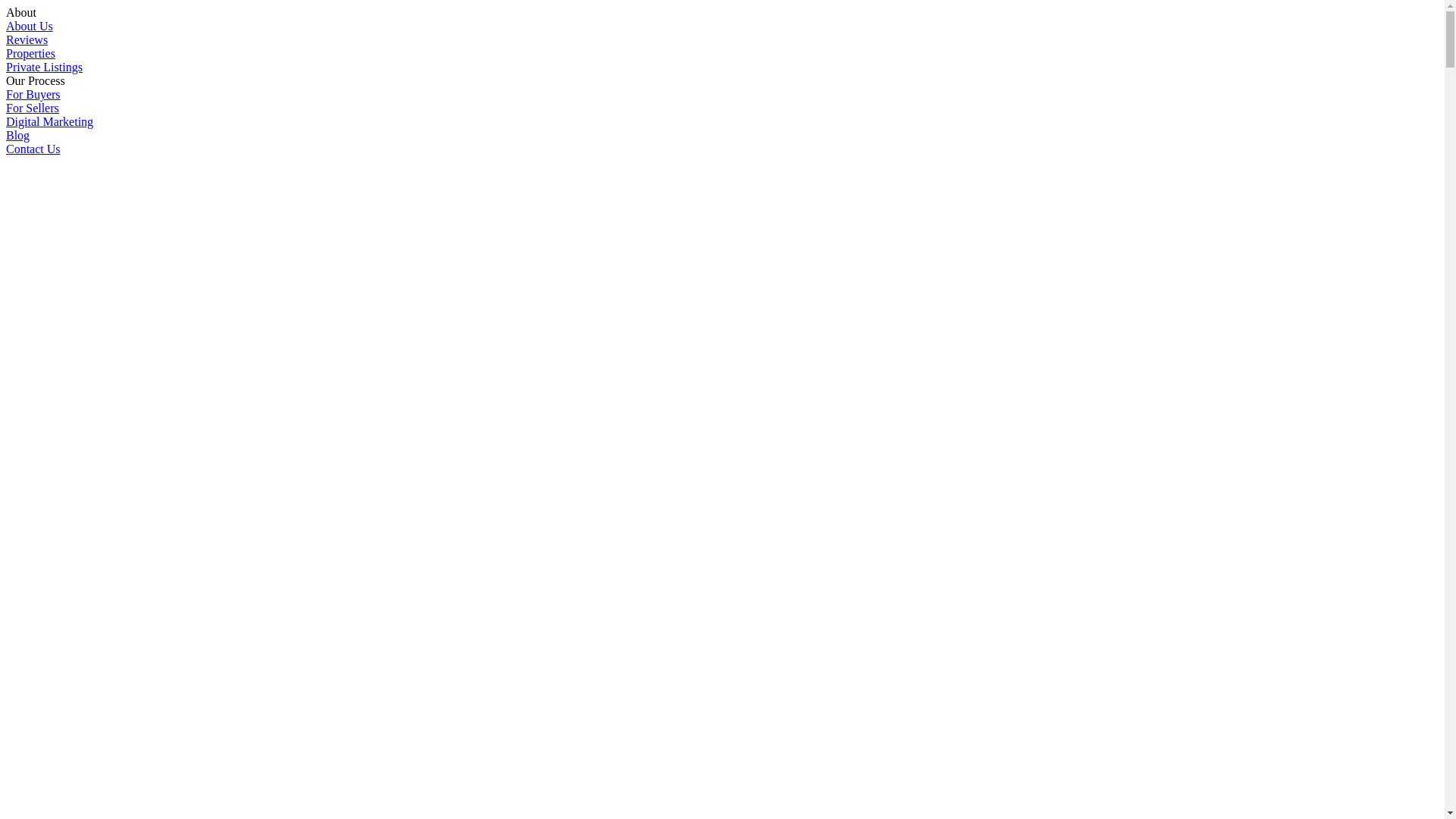 The height and width of the screenshot is (819, 1456). What do you see at coordinates (33, 107) in the screenshot?
I see `'For Sellers'` at bounding box center [33, 107].